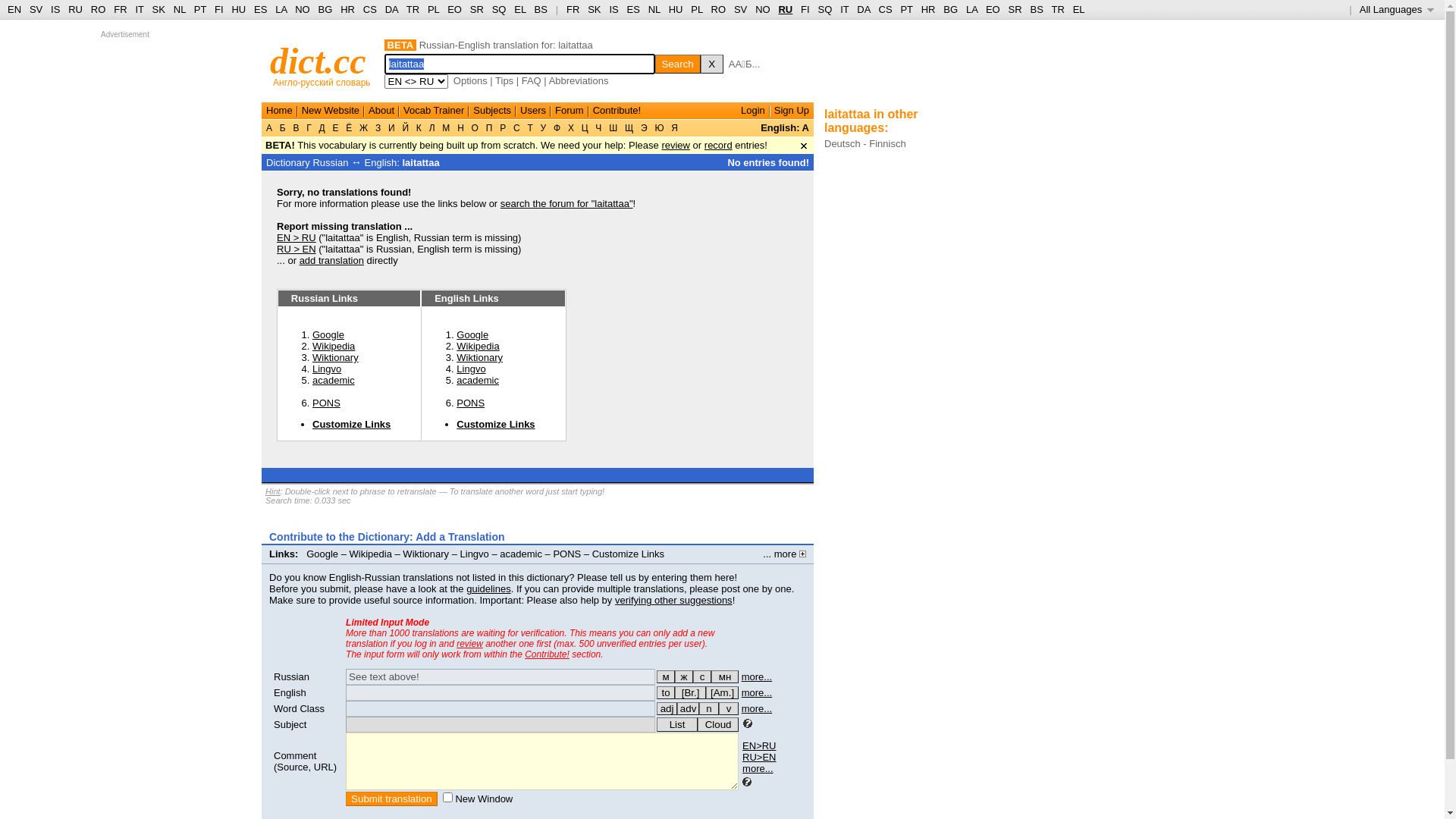 Image resolution: width=1456 pixels, height=819 pixels. I want to click on 'New Website', so click(330, 109).